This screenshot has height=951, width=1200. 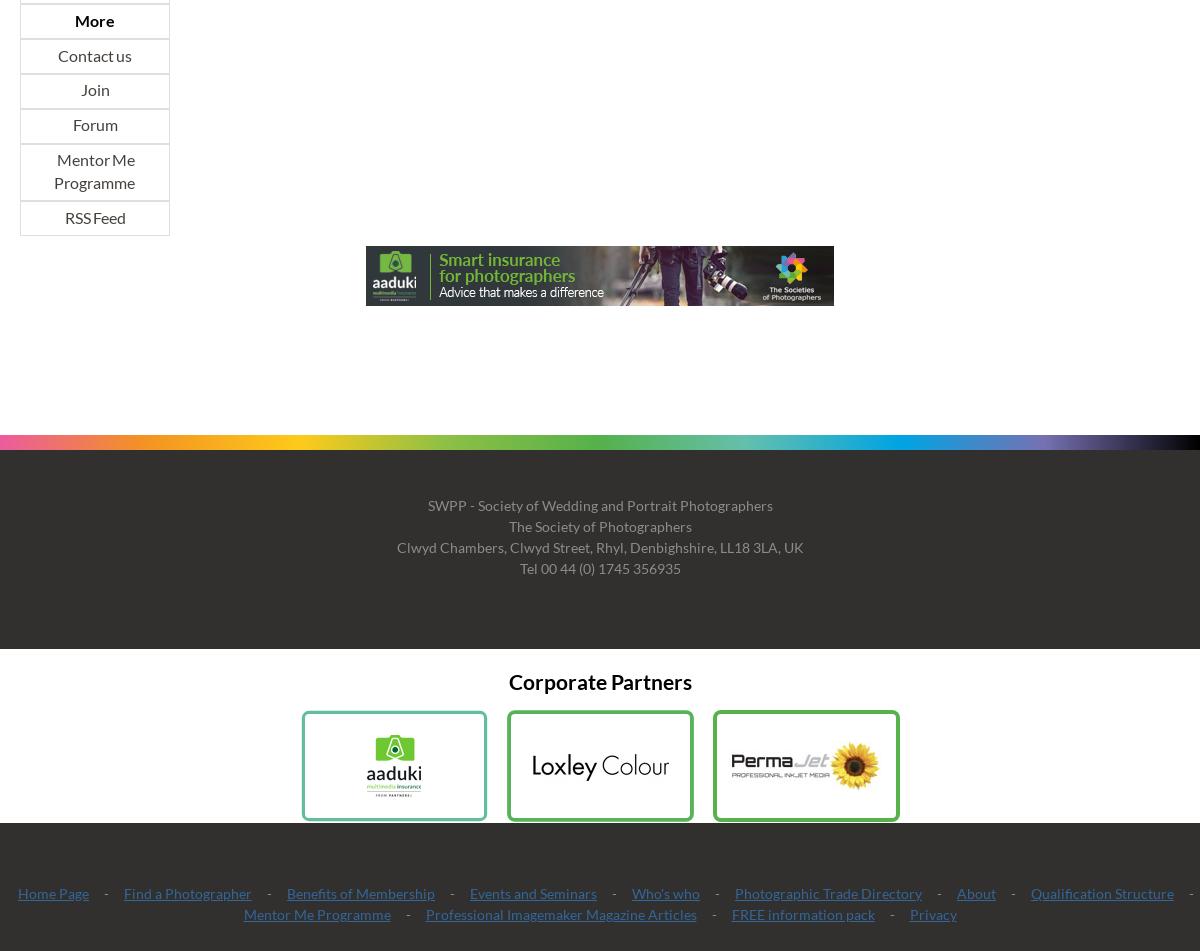 What do you see at coordinates (559, 912) in the screenshot?
I see `'Professional Imagemaker Magazine Articles'` at bounding box center [559, 912].